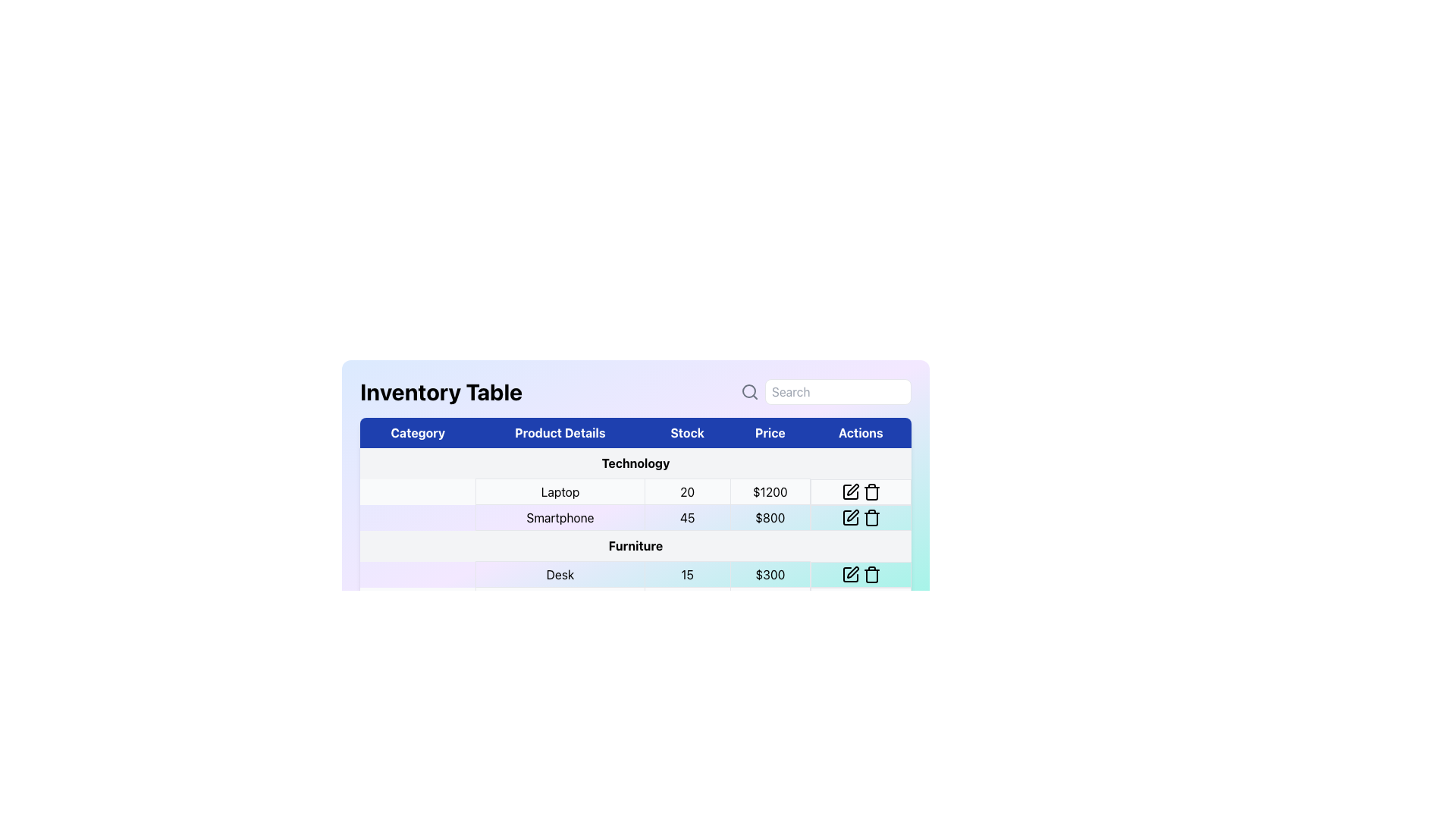  Describe the element at coordinates (850, 491) in the screenshot. I see `the 'Edit' button in the 'Actions' column for the 'Laptop' row` at that location.